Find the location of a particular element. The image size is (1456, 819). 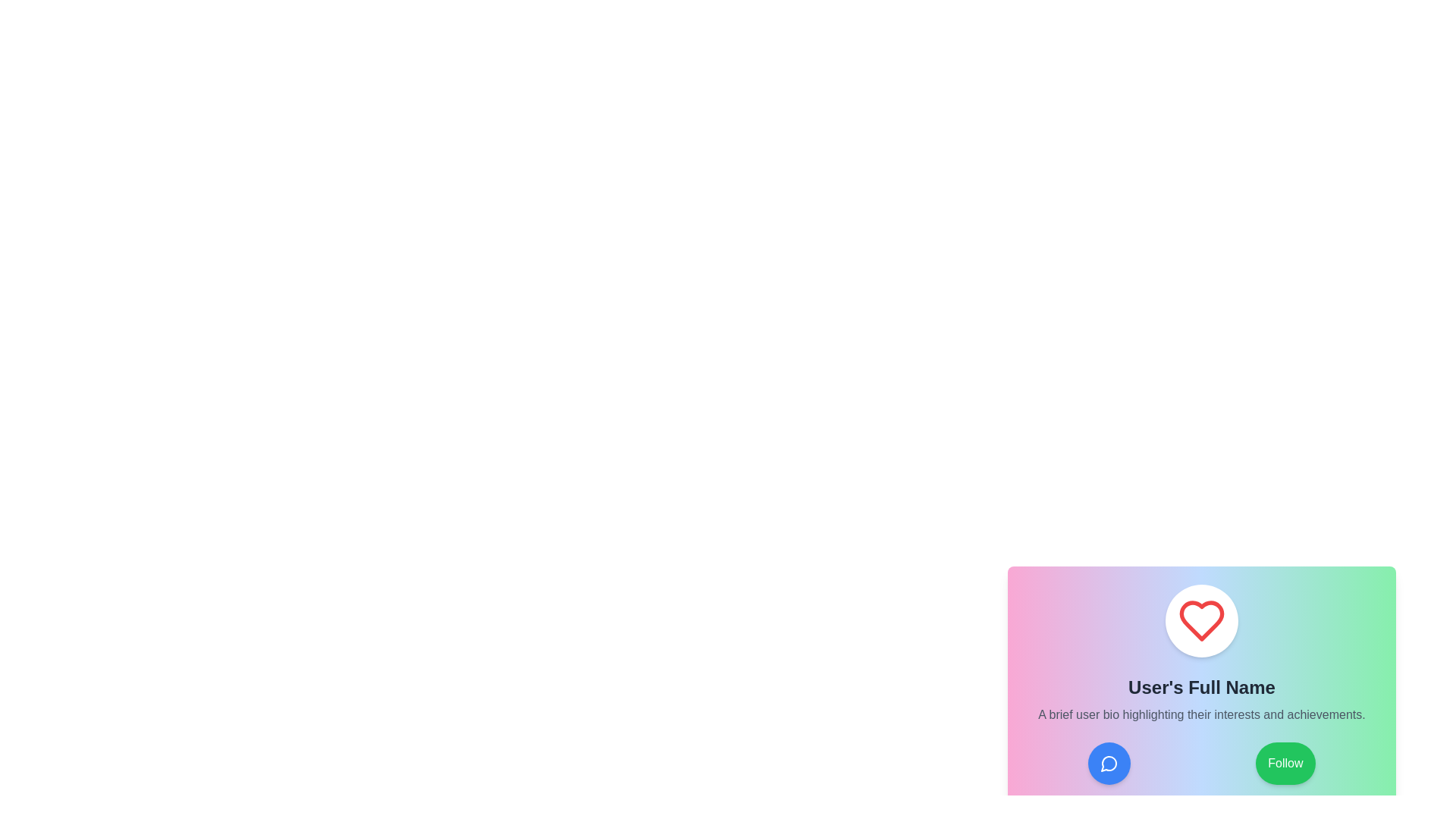

the messaging icon located at the bottom left corner of the user card, which is represented by a rounded blue background circle is located at coordinates (1109, 763).